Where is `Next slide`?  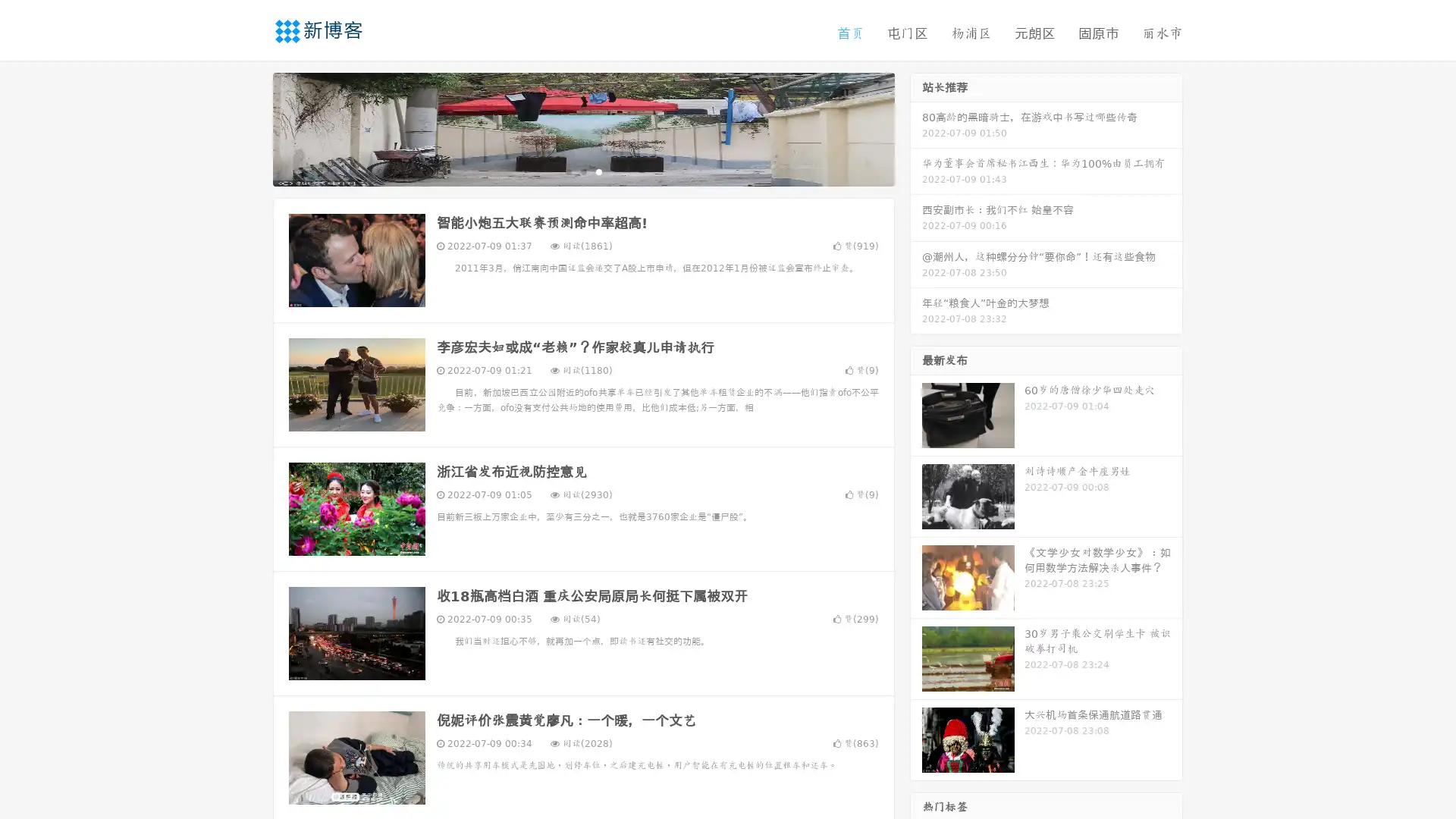
Next slide is located at coordinates (916, 127).